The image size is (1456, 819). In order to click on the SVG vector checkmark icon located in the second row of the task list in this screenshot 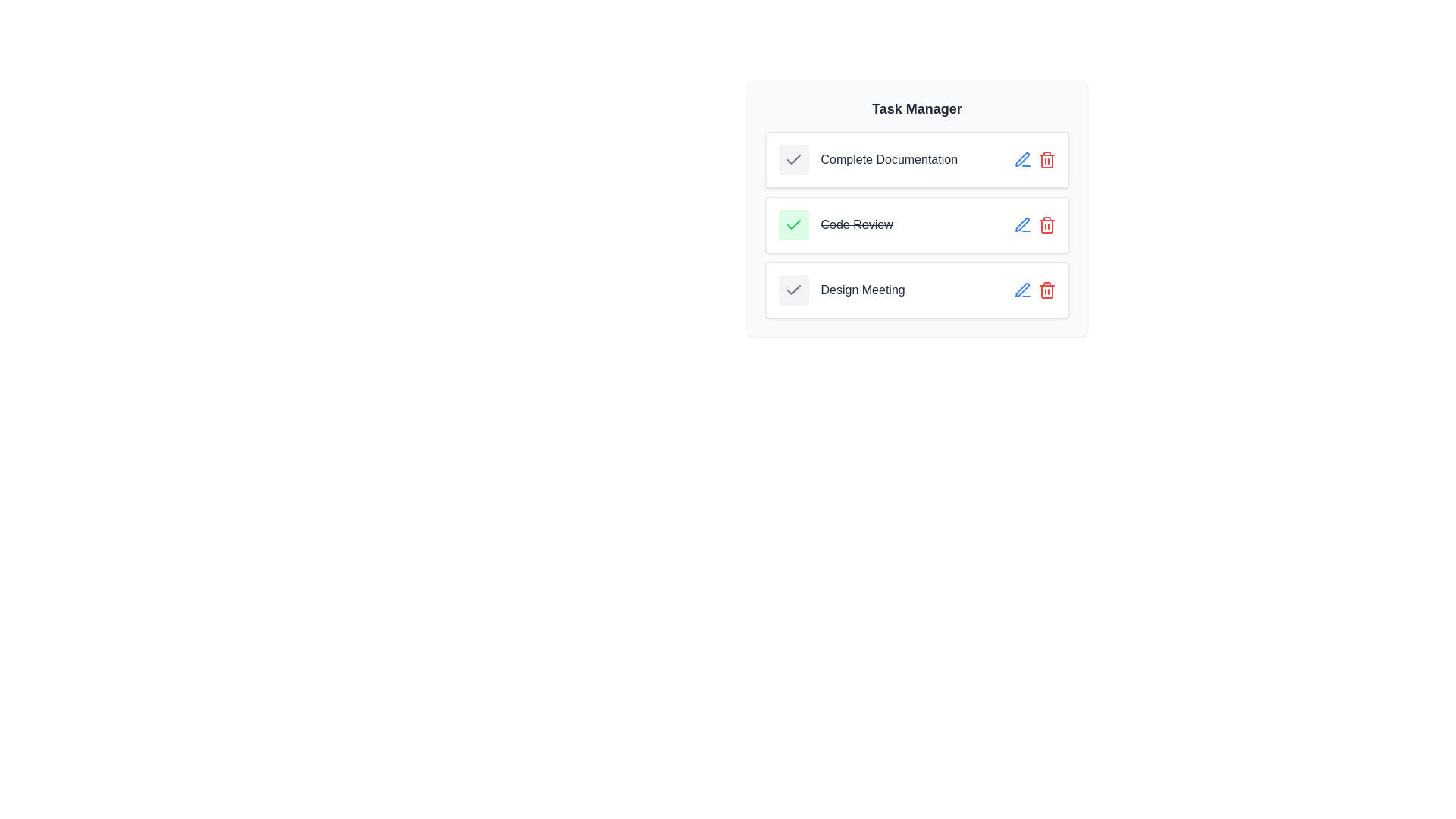, I will do `click(792, 224)`.